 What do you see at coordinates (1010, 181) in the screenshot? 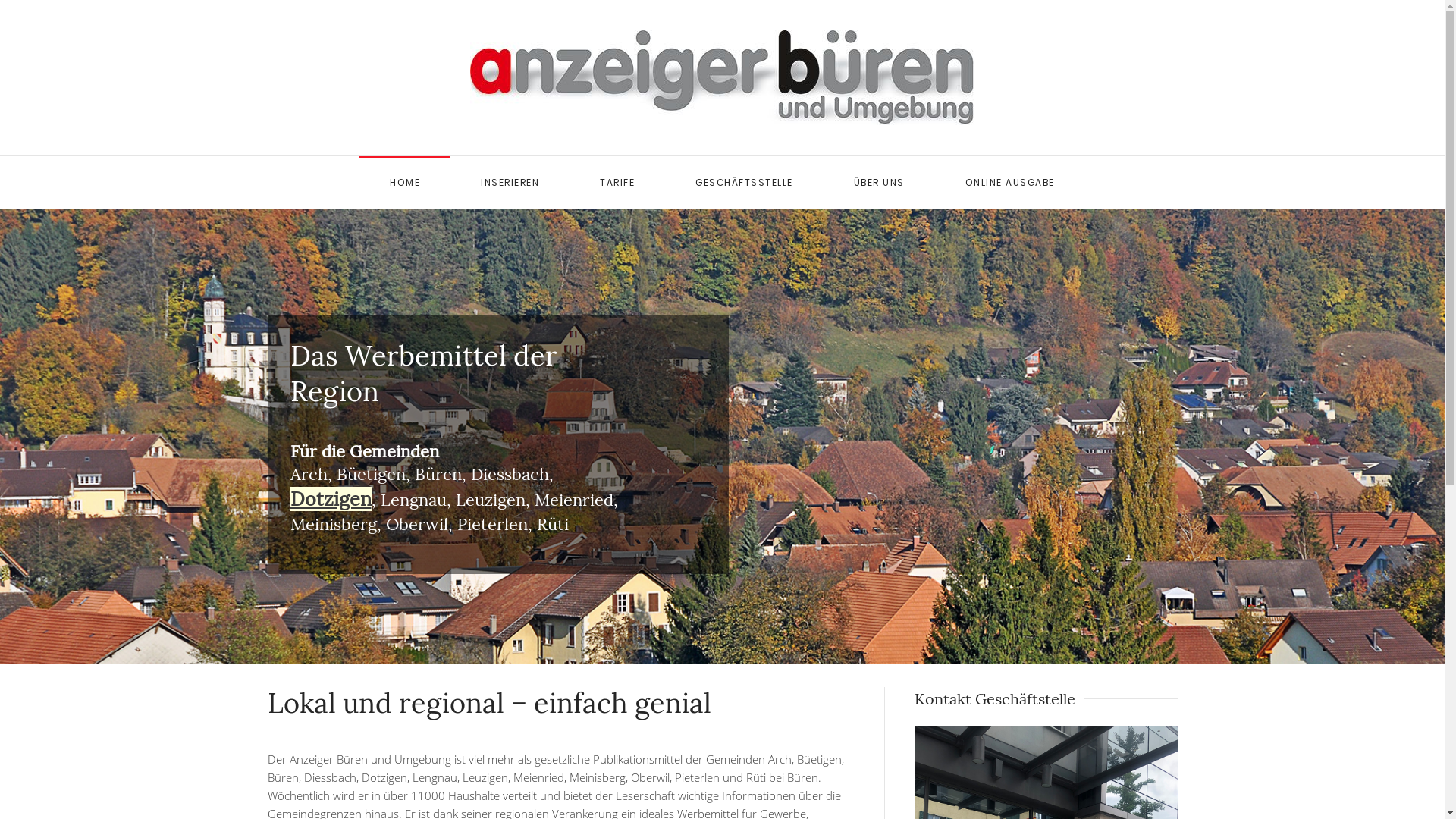
I see `'ONLINE AUSGABE'` at bounding box center [1010, 181].